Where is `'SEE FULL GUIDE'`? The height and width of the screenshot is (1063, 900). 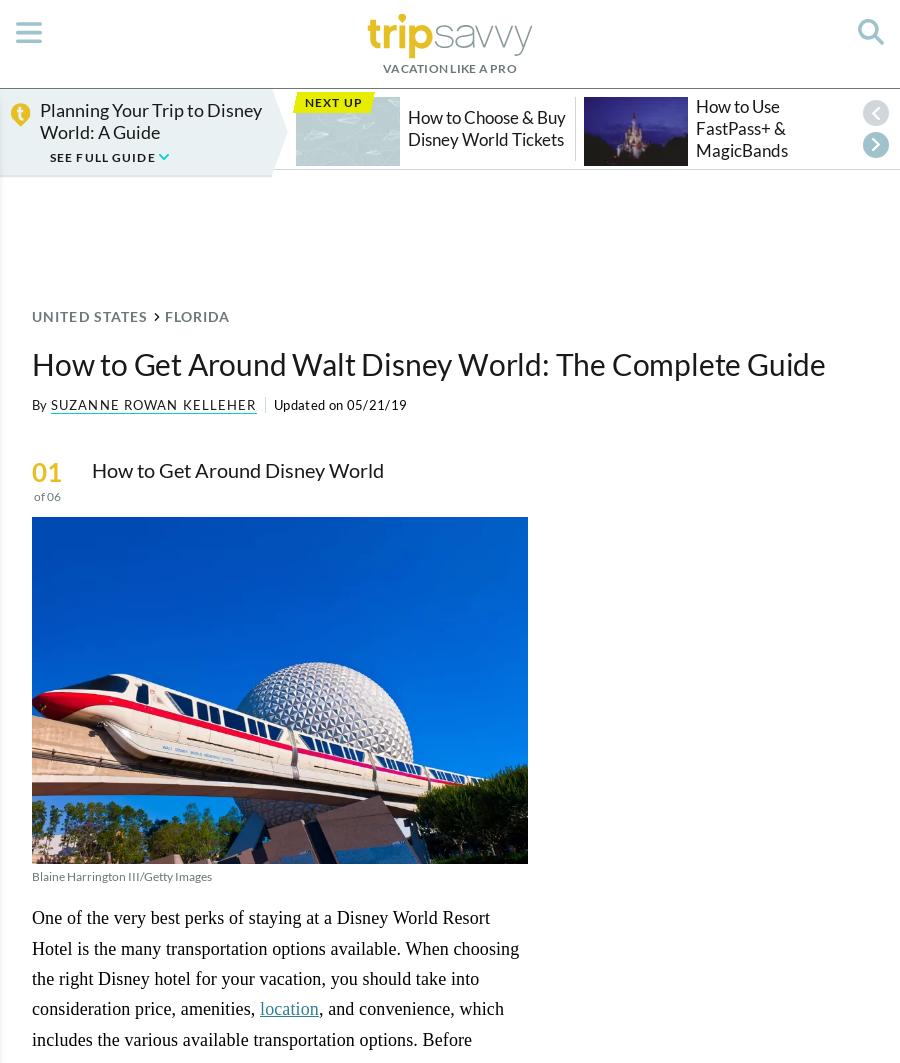
'SEE FULL GUIDE' is located at coordinates (103, 157).